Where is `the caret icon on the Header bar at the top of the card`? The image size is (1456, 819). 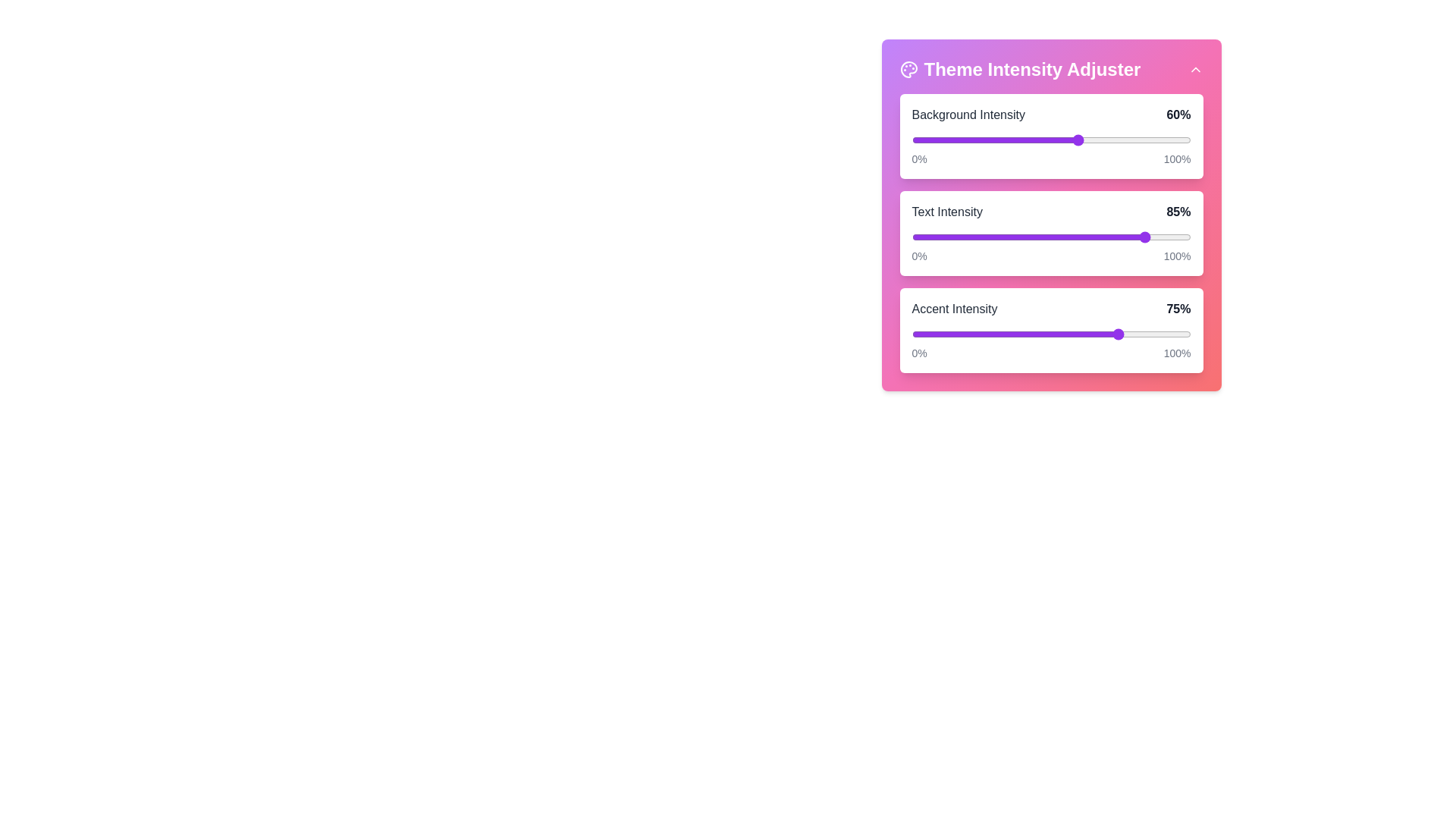 the caret icon on the Header bar at the top of the card is located at coordinates (1050, 70).